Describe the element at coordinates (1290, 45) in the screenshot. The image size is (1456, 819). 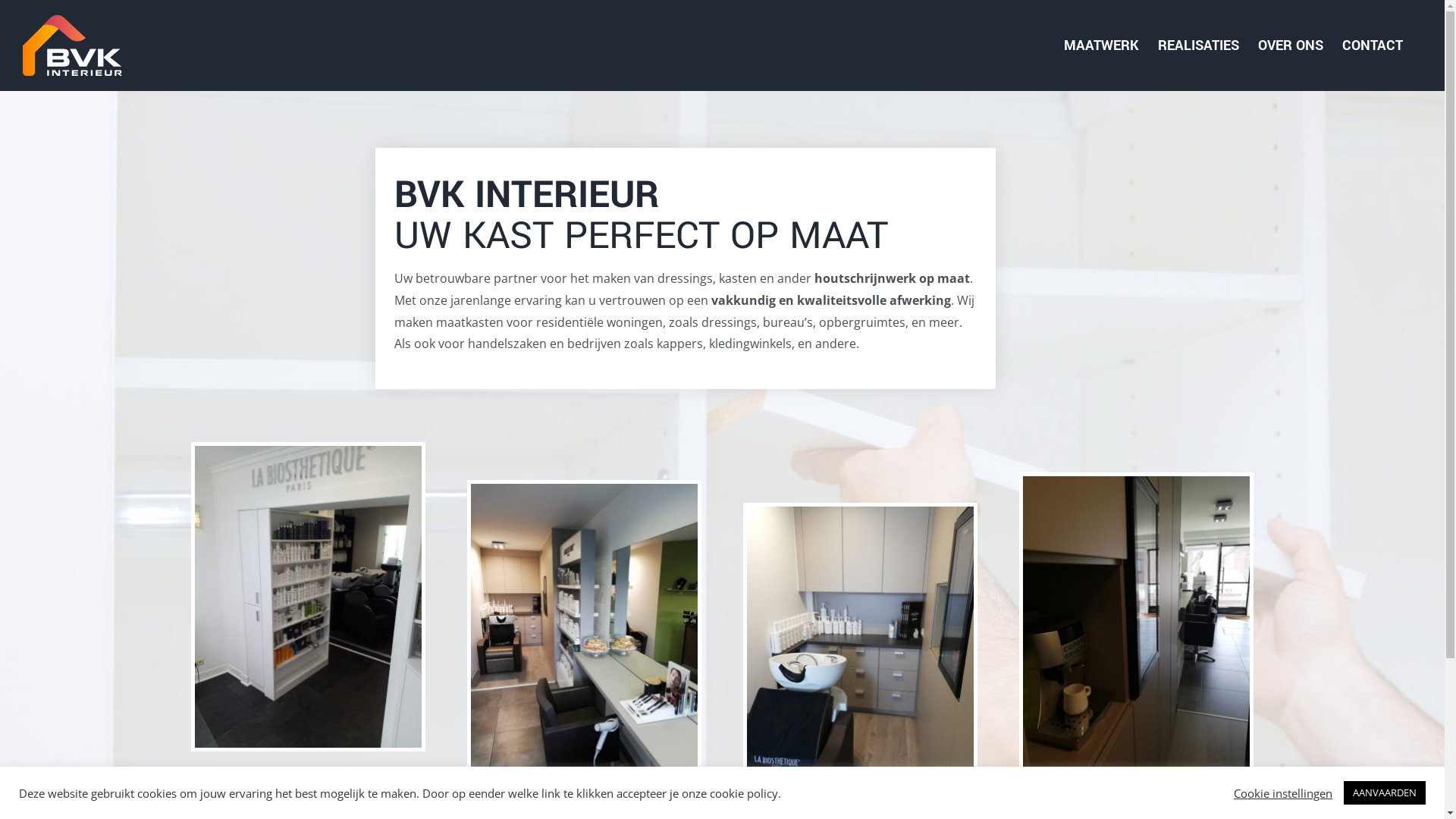
I see `'OVER ONS'` at that location.